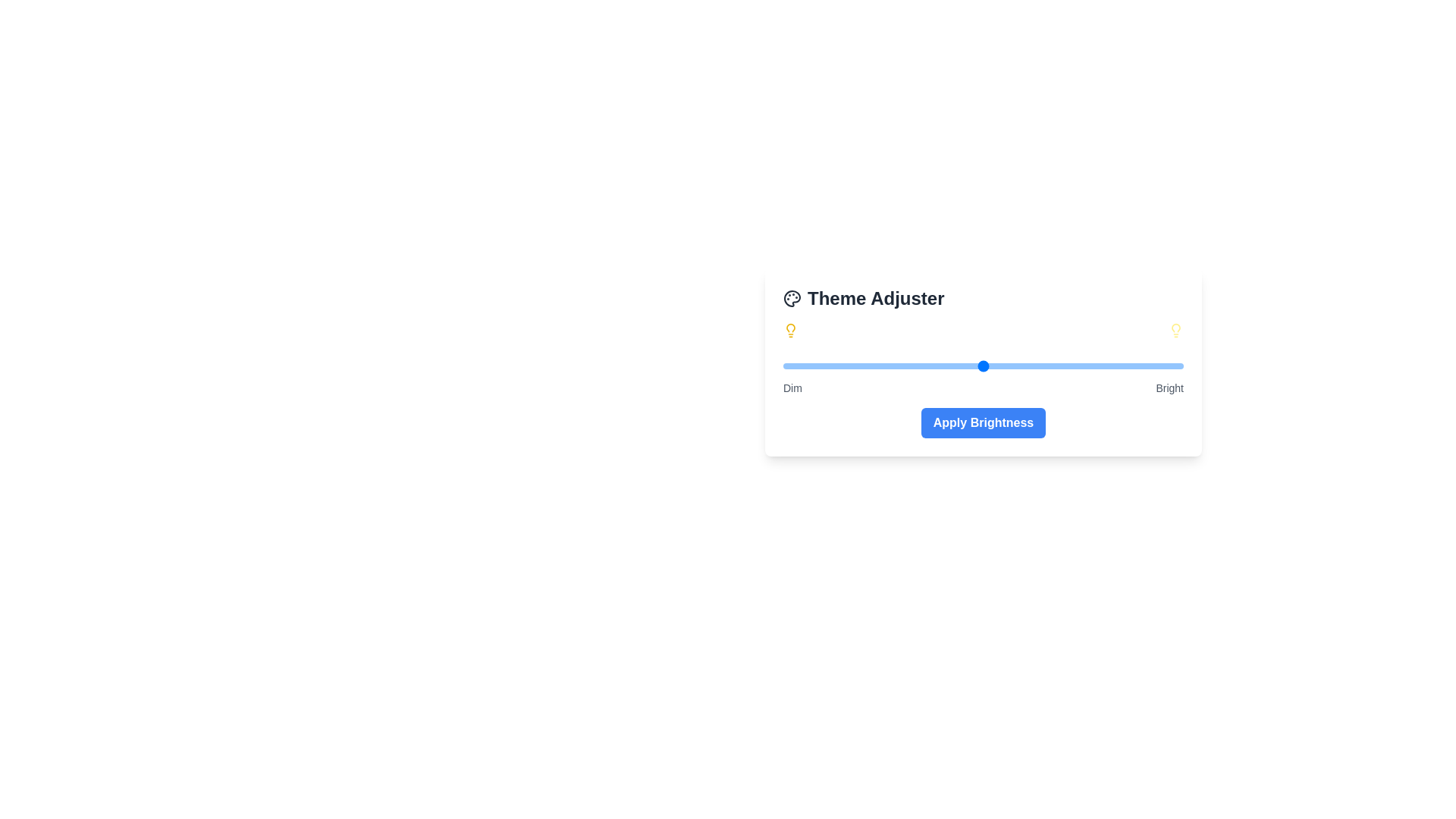 The image size is (1456, 819). I want to click on the brightness slider to a specific value 91, so click(1147, 366).